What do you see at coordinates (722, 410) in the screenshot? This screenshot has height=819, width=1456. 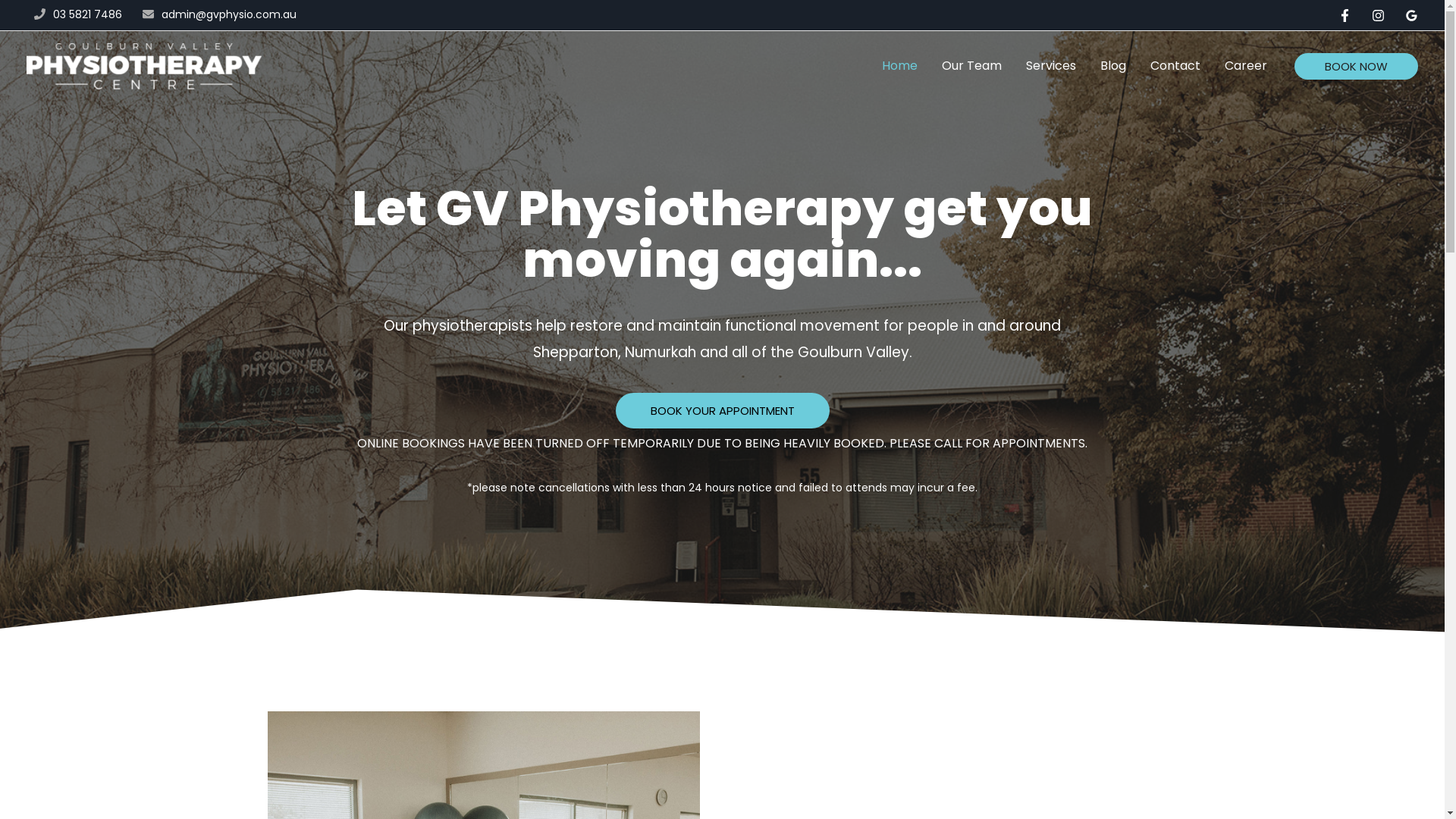 I see `'BOOK YOUR APPOINTMENT'` at bounding box center [722, 410].